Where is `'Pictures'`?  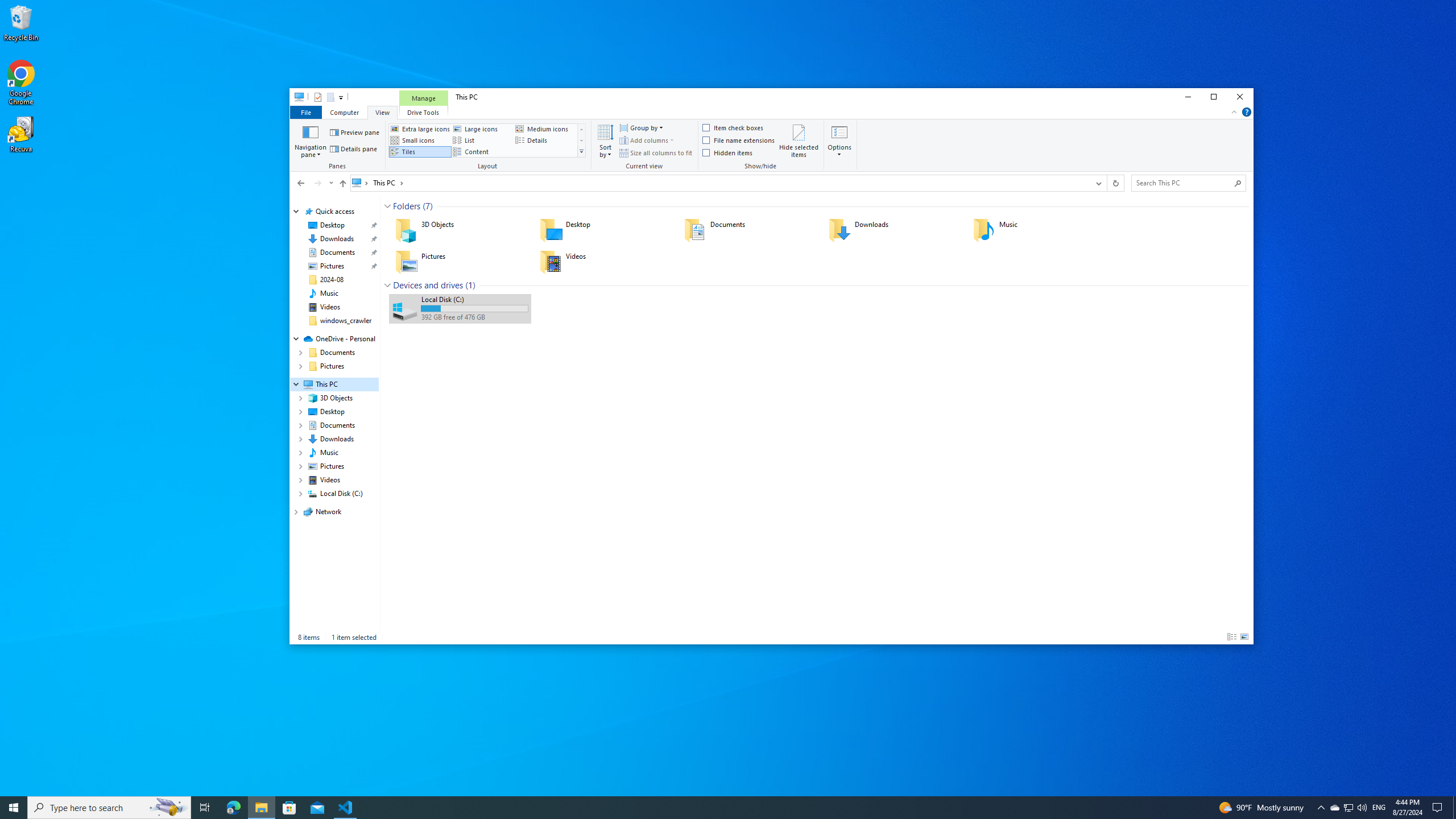 'Pictures' is located at coordinates (459, 261).